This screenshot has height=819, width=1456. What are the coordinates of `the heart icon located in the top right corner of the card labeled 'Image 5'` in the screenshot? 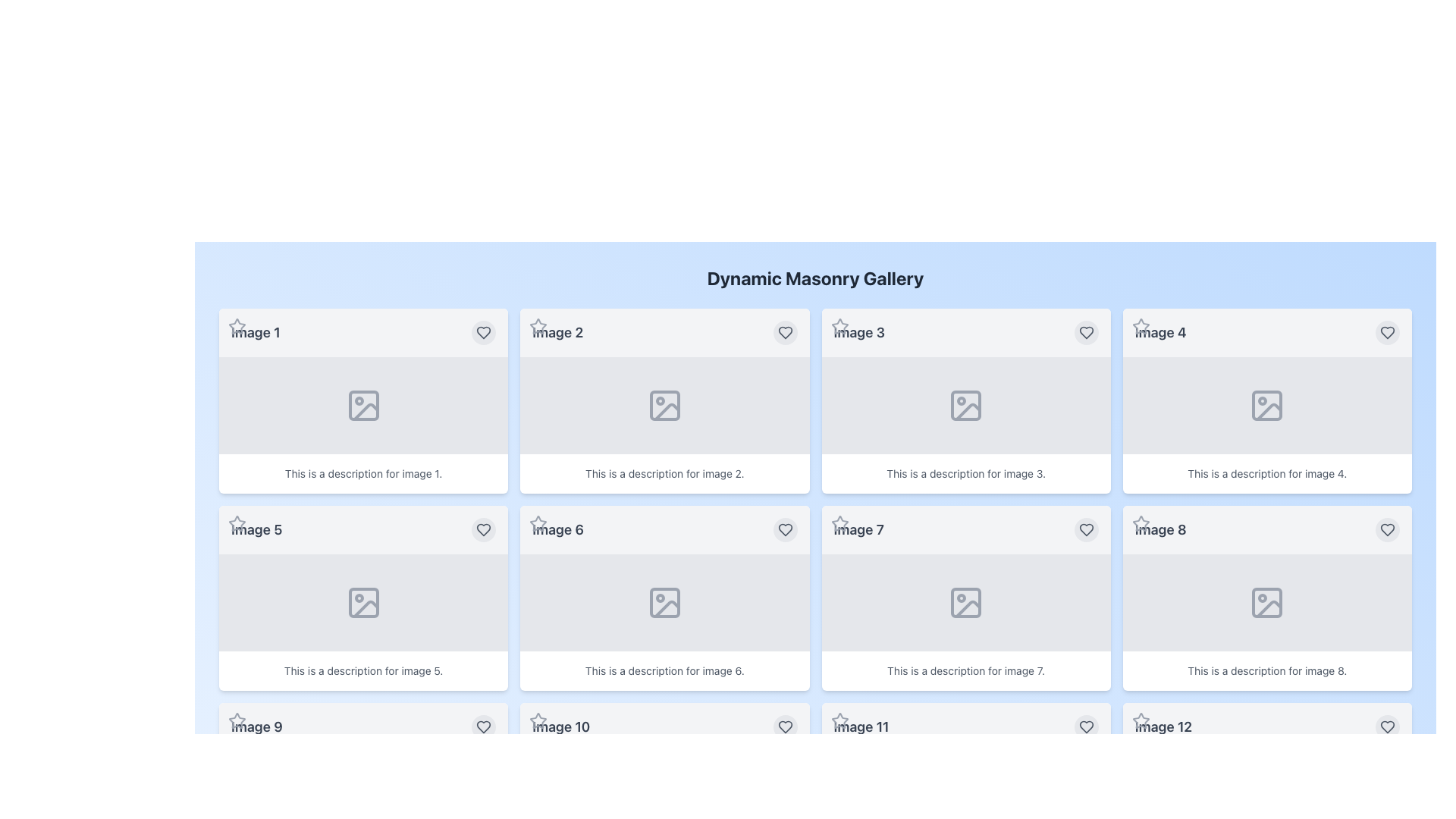 It's located at (483, 529).